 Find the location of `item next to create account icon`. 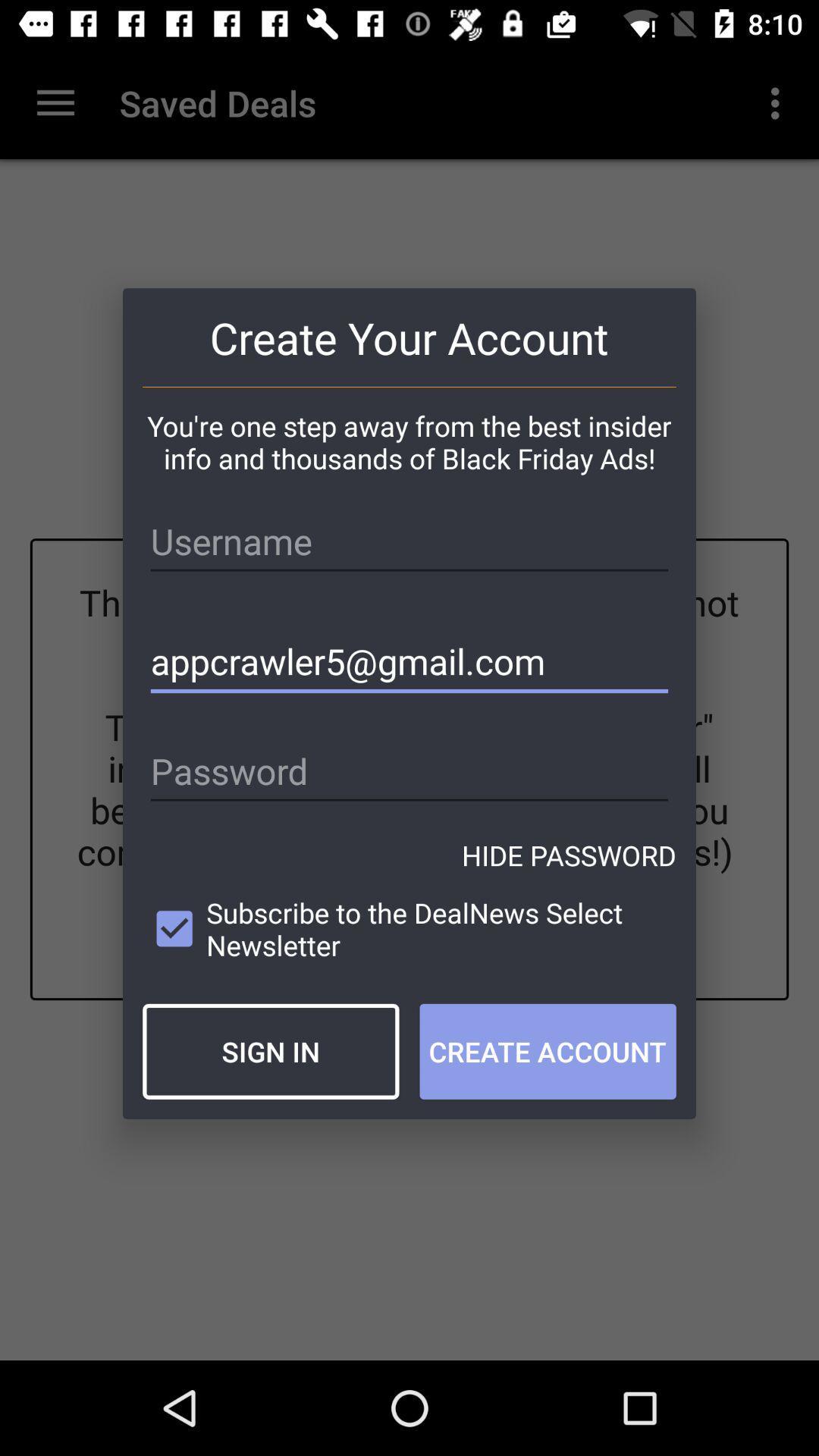

item next to create account icon is located at coordinates (270, 1050).